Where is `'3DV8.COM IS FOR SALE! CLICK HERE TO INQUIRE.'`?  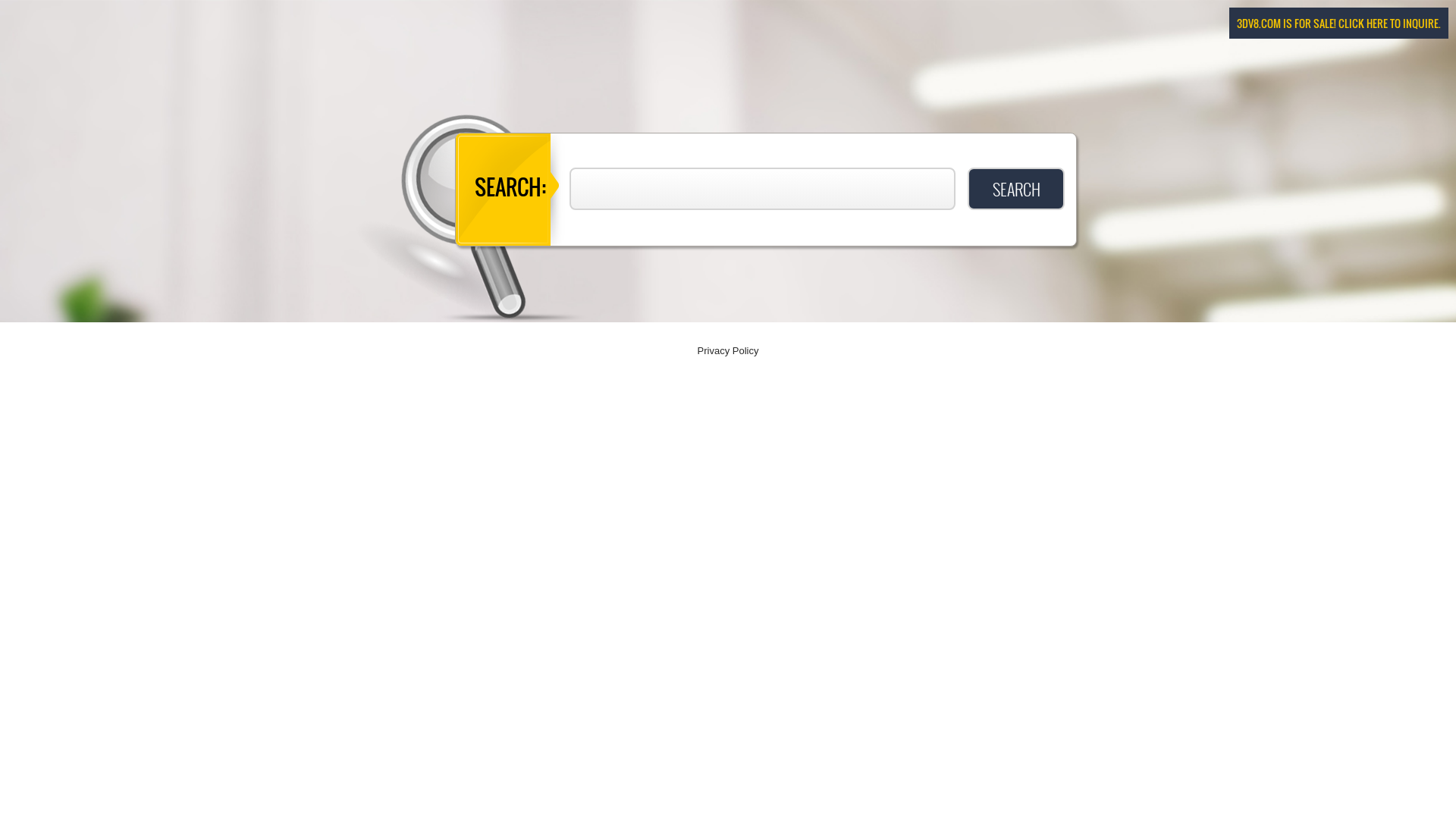 '3DV8.COM IS FOR SALE! CLICK HERE TO INQUIRE.' is located at coordinates (1338, 23).